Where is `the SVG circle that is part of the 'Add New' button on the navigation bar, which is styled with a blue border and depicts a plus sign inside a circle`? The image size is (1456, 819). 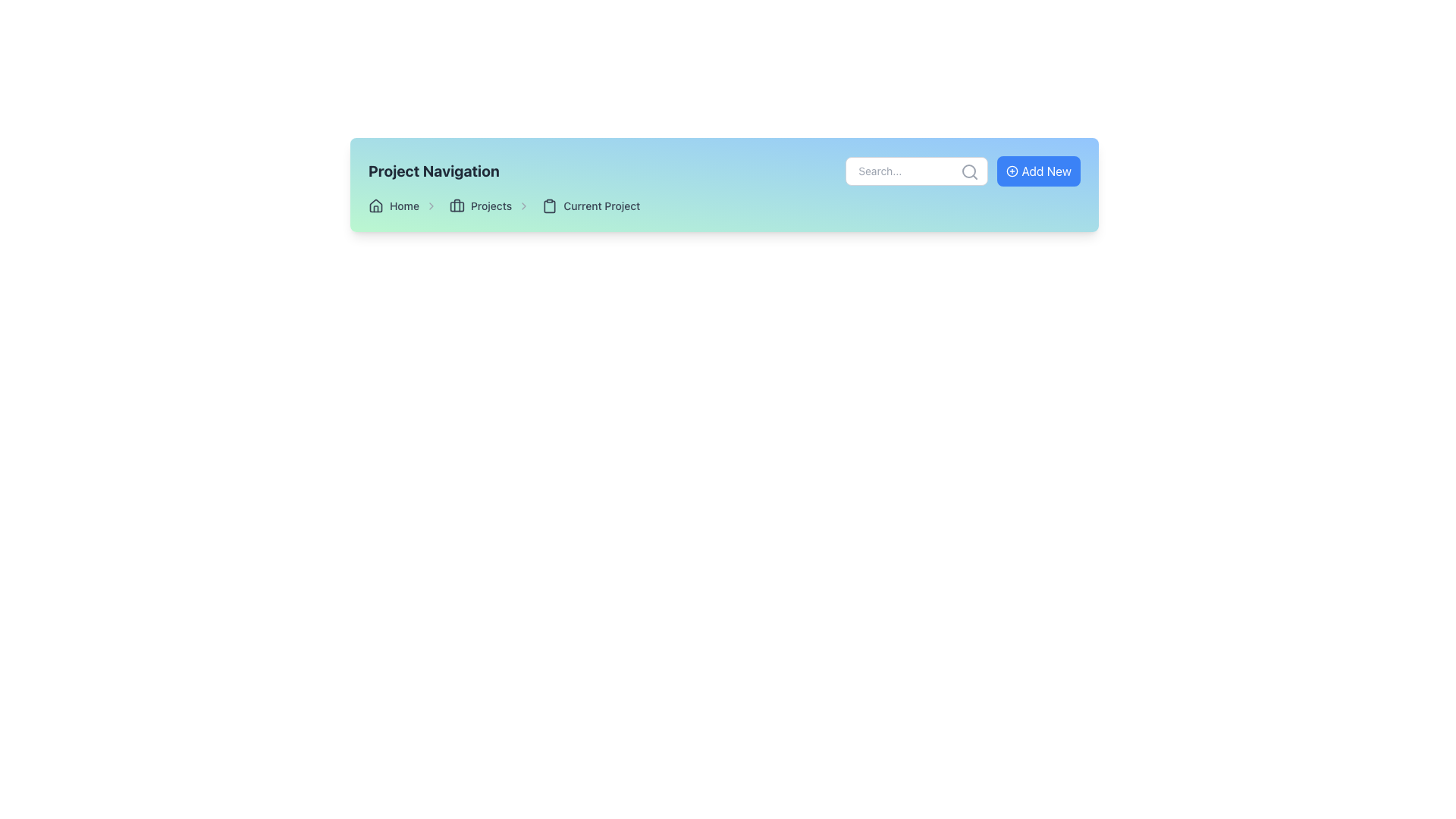 the SVG circle that is part of the 'Add New' button on the navigation bar, which is styled with a blue border and depicts a plus sign inside a circle is located at coordinates (1012, 171).